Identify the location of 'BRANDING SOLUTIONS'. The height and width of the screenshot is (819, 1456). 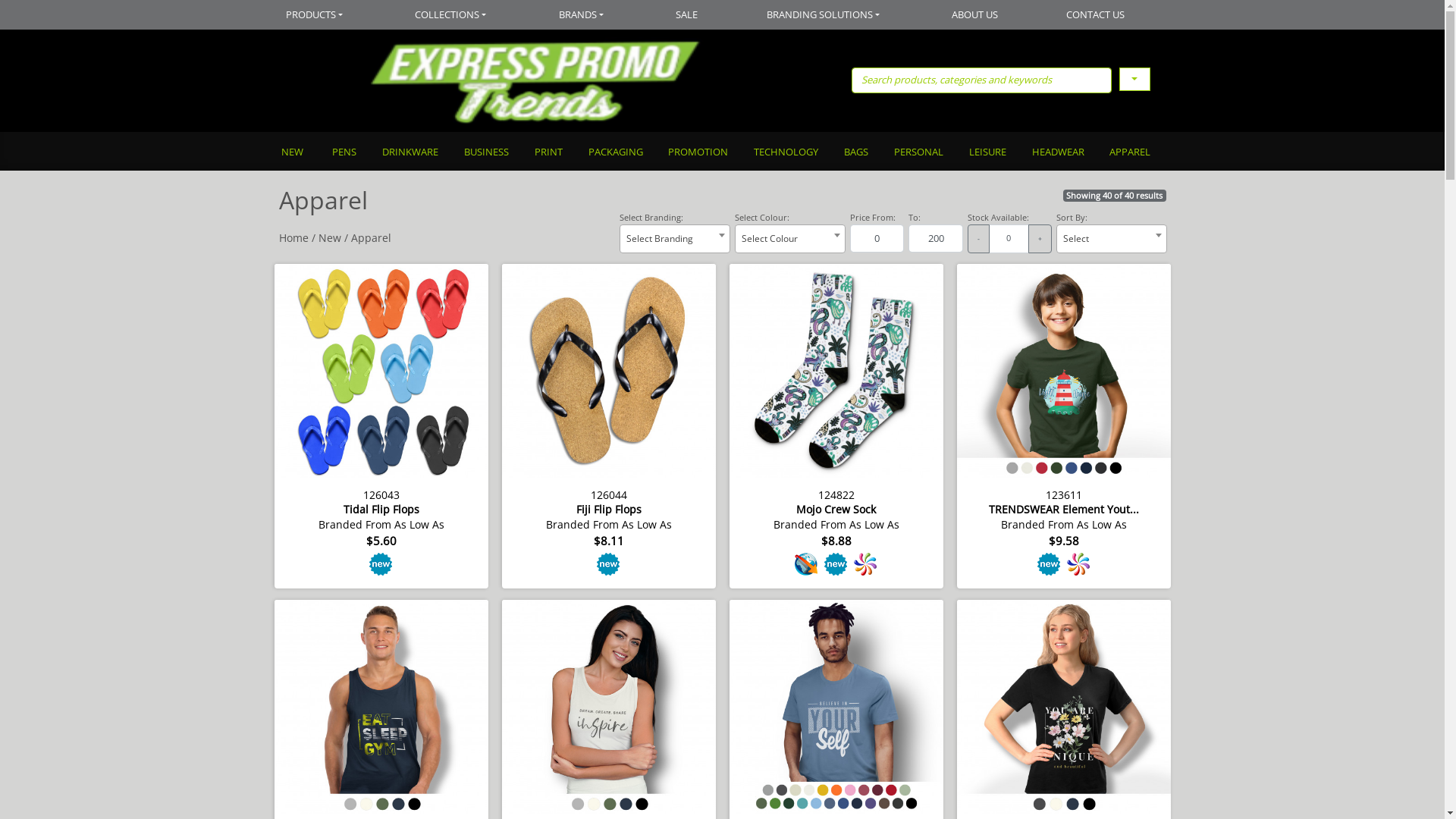
(824, 14).